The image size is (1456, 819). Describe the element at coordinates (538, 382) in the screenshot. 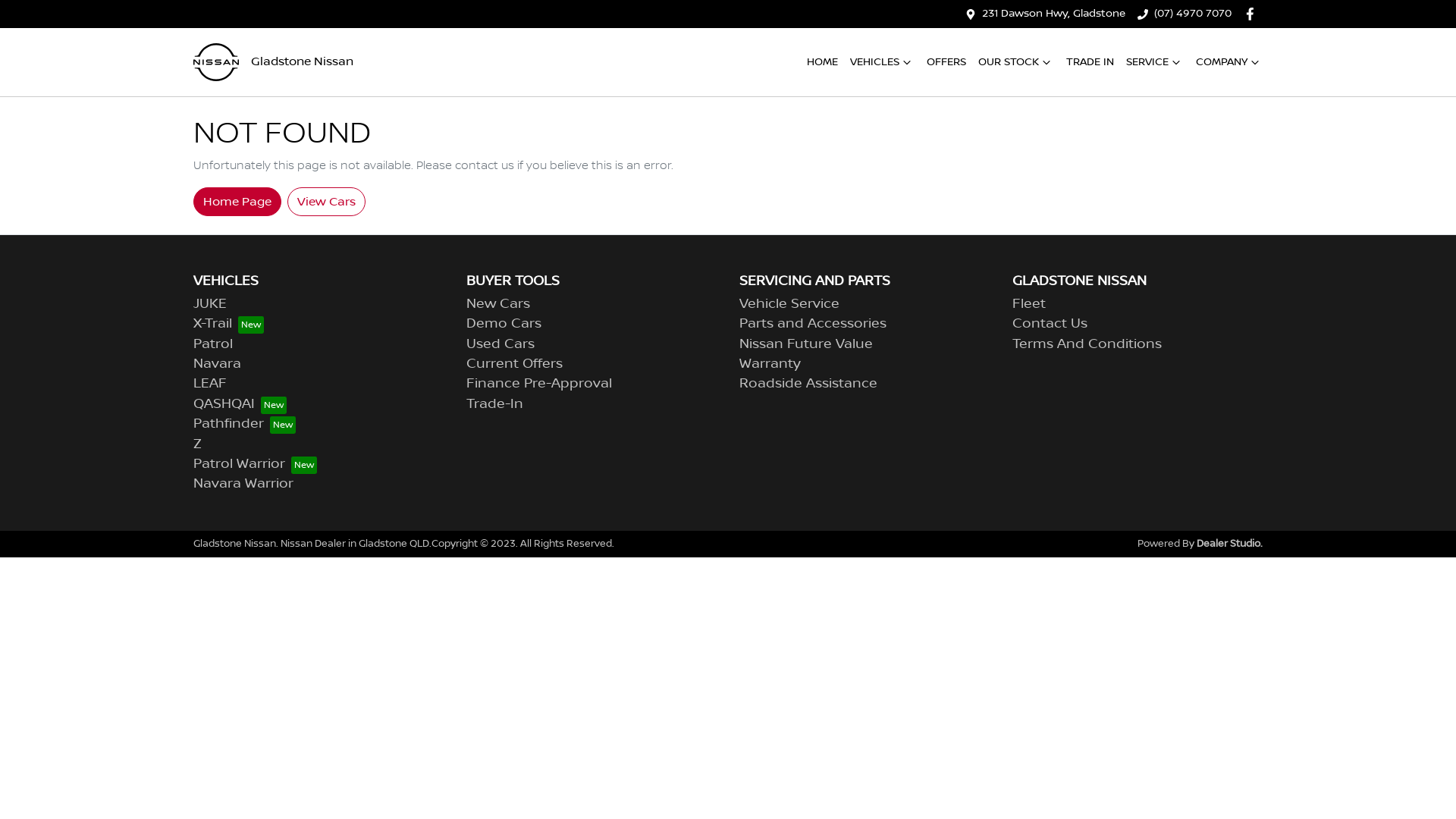

I see `'Finance Pre-Approval'` at that location.